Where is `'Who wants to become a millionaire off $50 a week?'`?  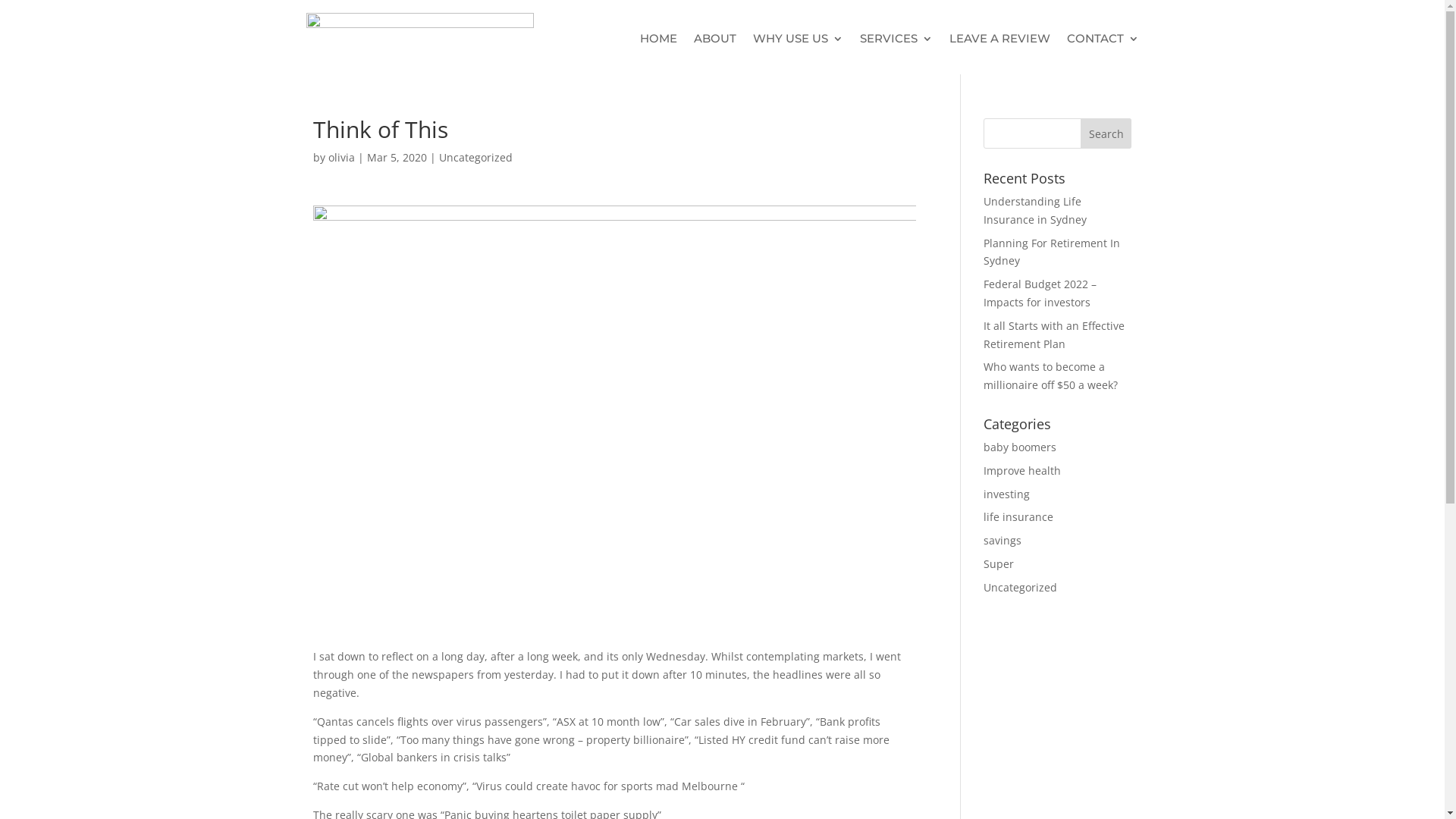
'Who wants to become a millionaire off $50 a week?' is located at coordinates (1050, 375).